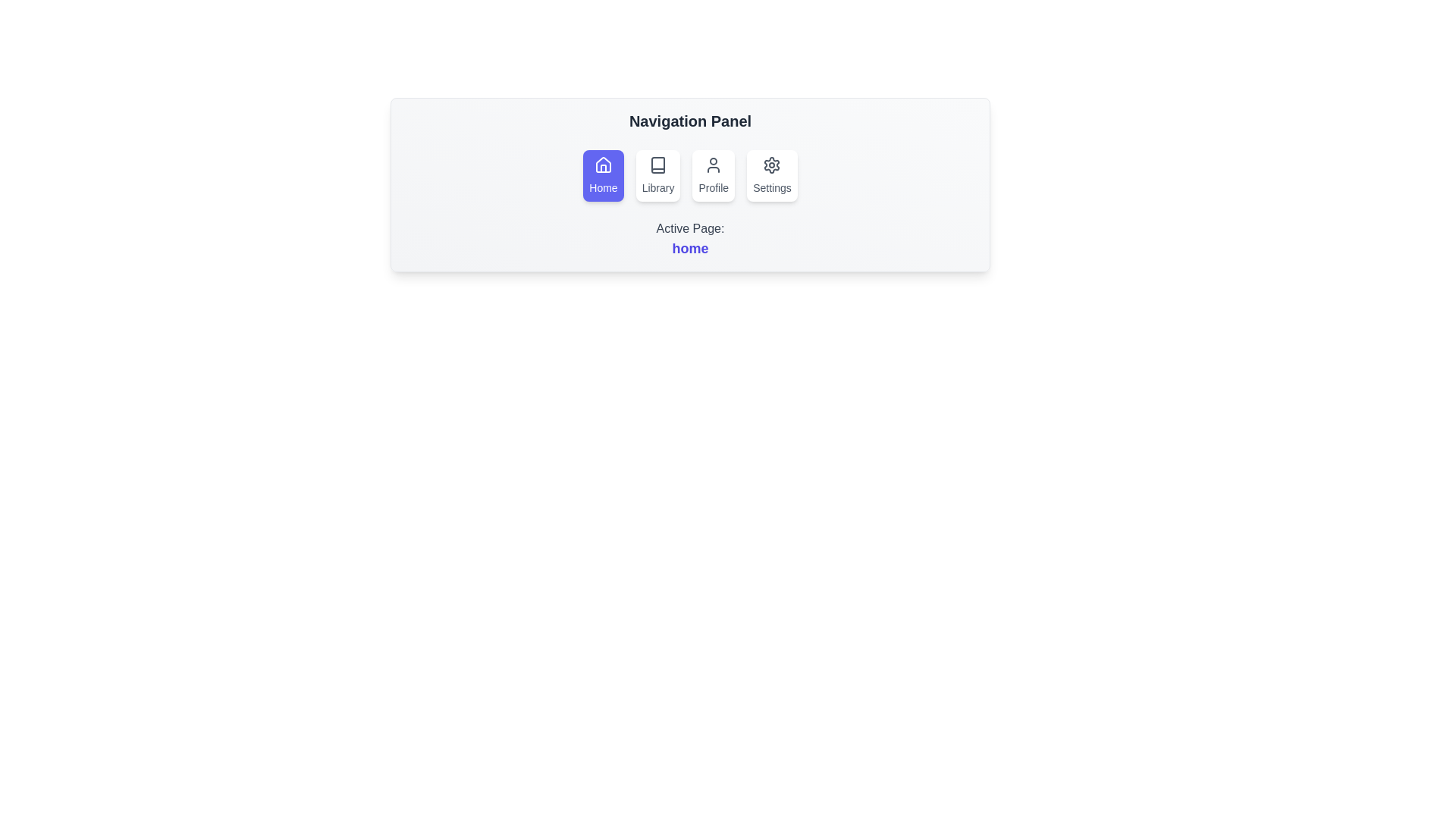 The width and height of the screenshot is (1456, 819). What do you see at coordinates (603, 187) in the screenshot?
I see `the 'Home' text label located centrally within the rounded rectangular button with a purple background, positioned below the house icon in the navigation panel` at bounding box center [603, 187].